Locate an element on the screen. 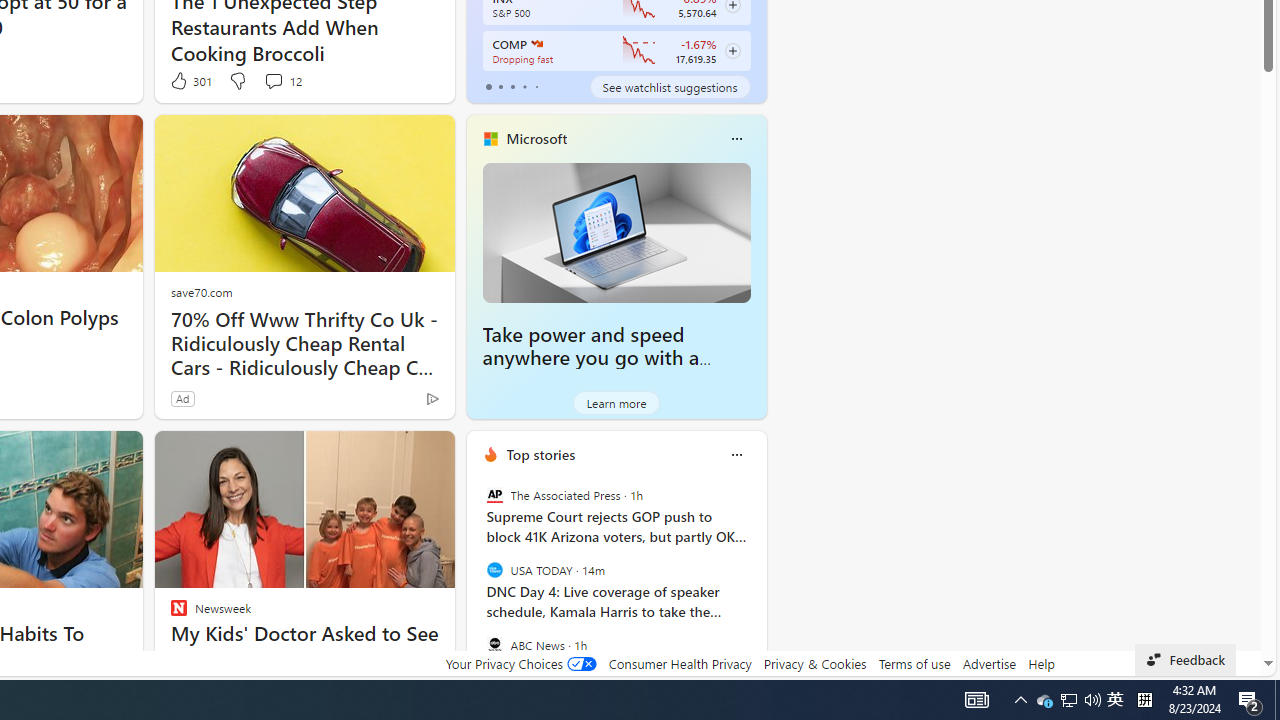 Image resolution: width=1280 pixels, height=720 pixels. 'Your Privacy Choices' is located at coordinates (520, 663).